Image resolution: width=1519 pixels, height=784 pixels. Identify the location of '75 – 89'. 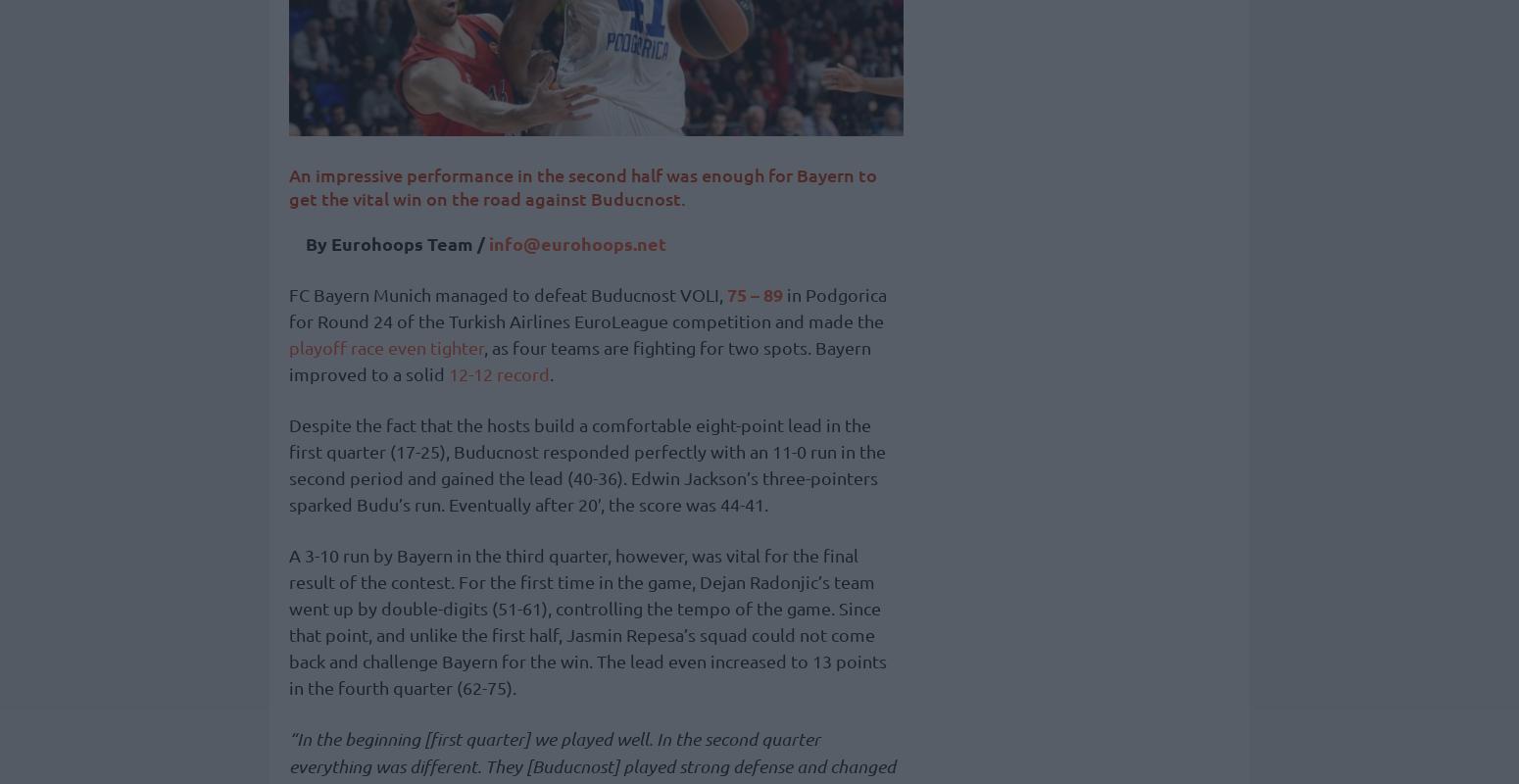
(726, 294).